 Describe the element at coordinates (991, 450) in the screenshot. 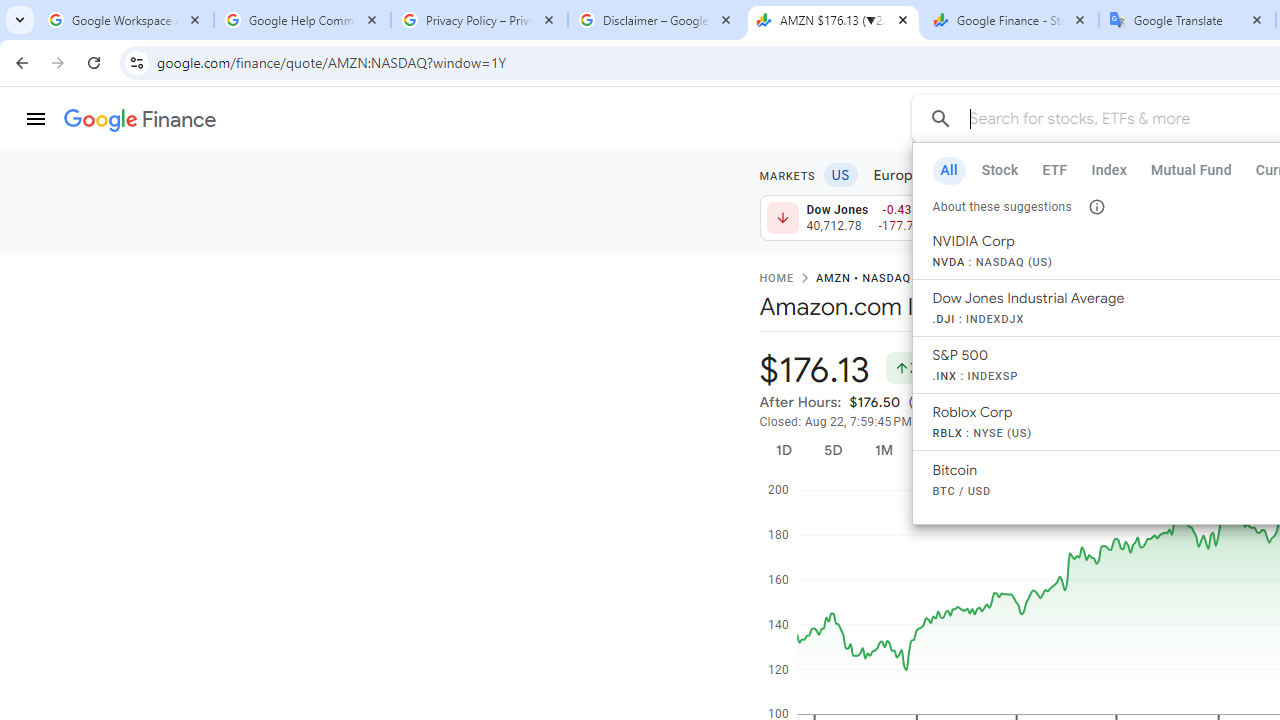

I see `'YTD'` at that location.